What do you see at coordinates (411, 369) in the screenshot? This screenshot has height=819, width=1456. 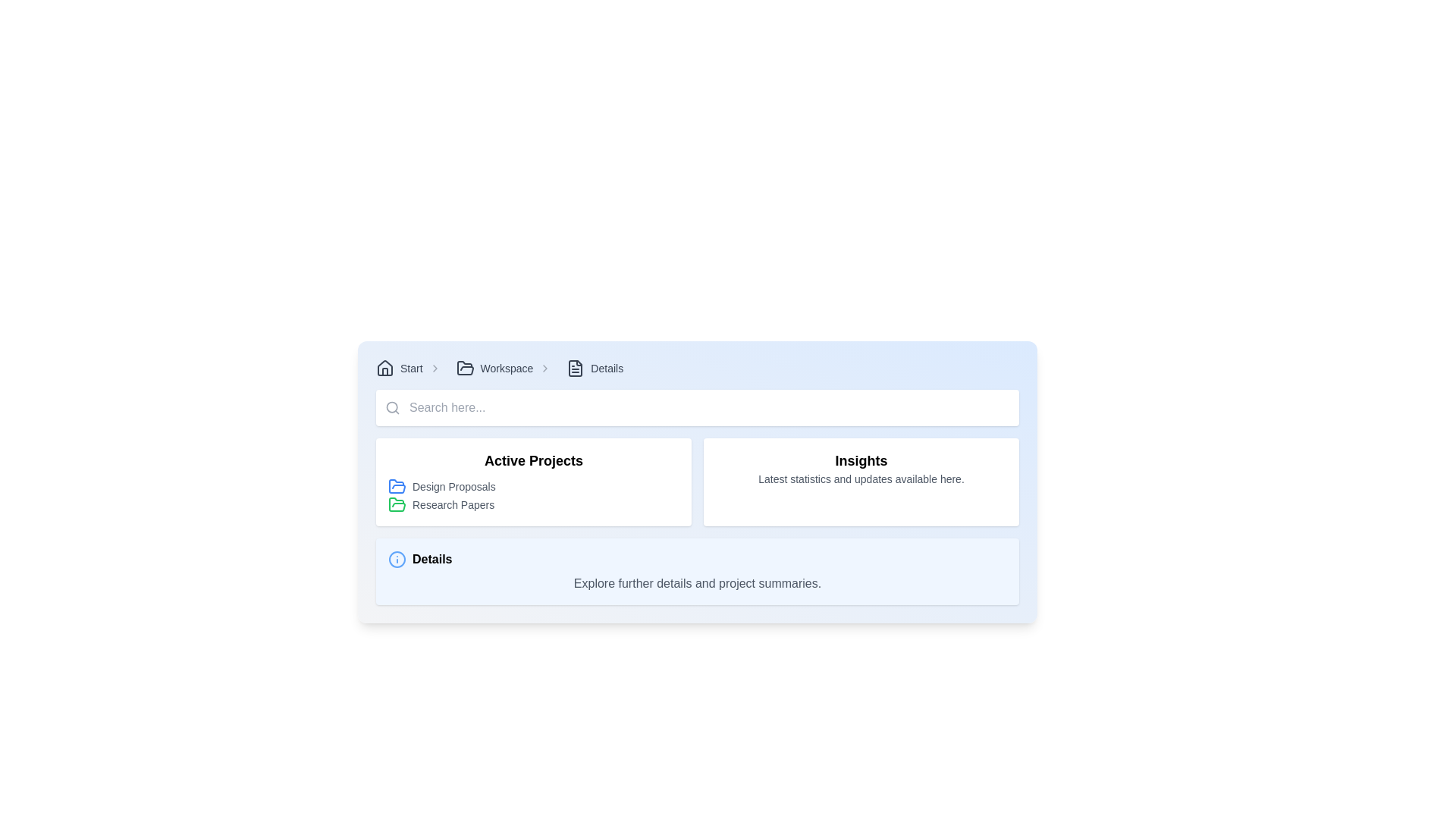 I see `the 'Start' text label inside the navigation link` at bounding box center [411, 369].